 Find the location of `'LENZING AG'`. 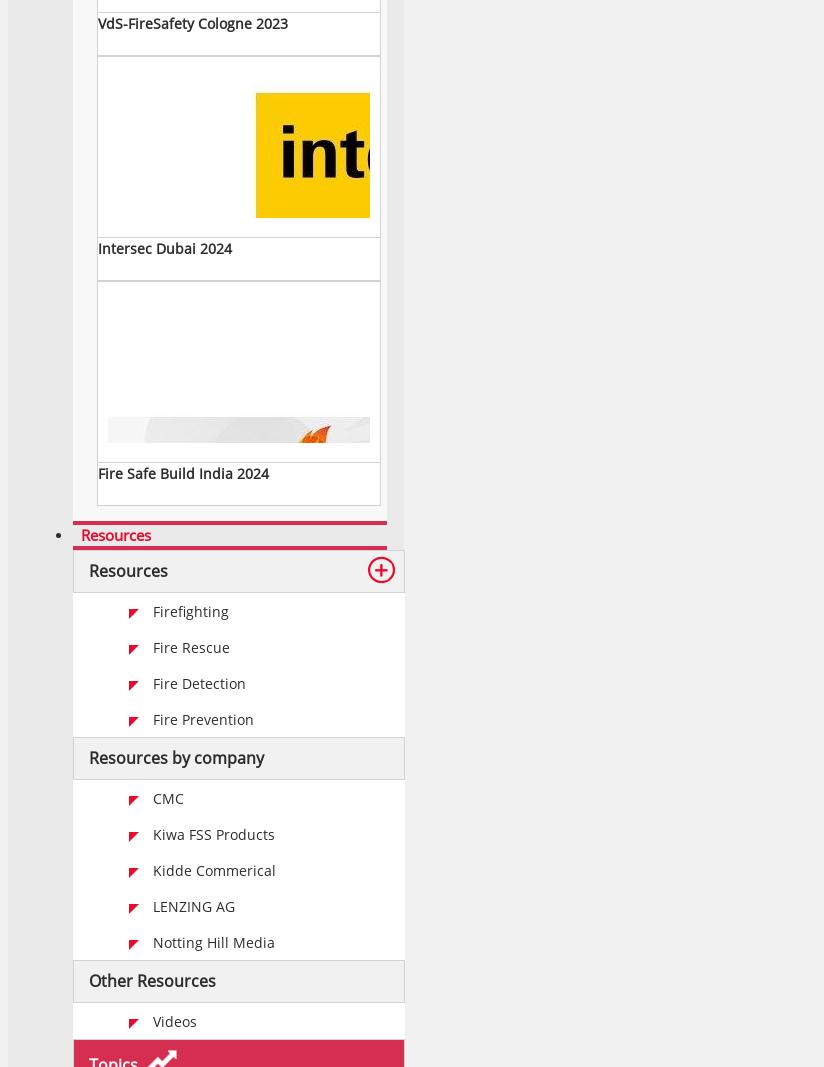

'LENZING AG' is located at coordinates (152, 906).